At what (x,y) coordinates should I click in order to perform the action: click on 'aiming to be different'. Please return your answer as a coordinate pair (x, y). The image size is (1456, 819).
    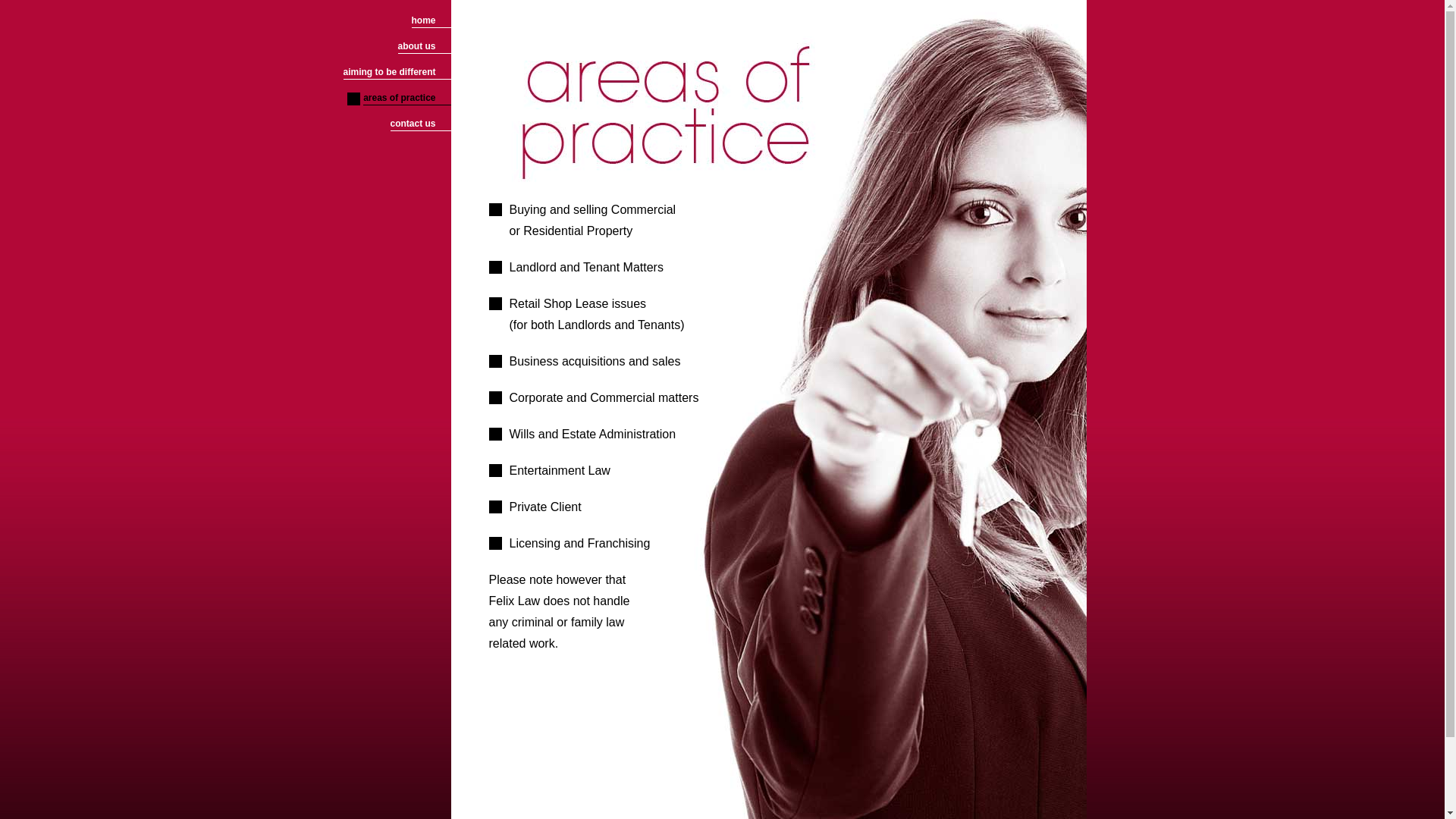
    Looking at the image, I should click on (397, 73).